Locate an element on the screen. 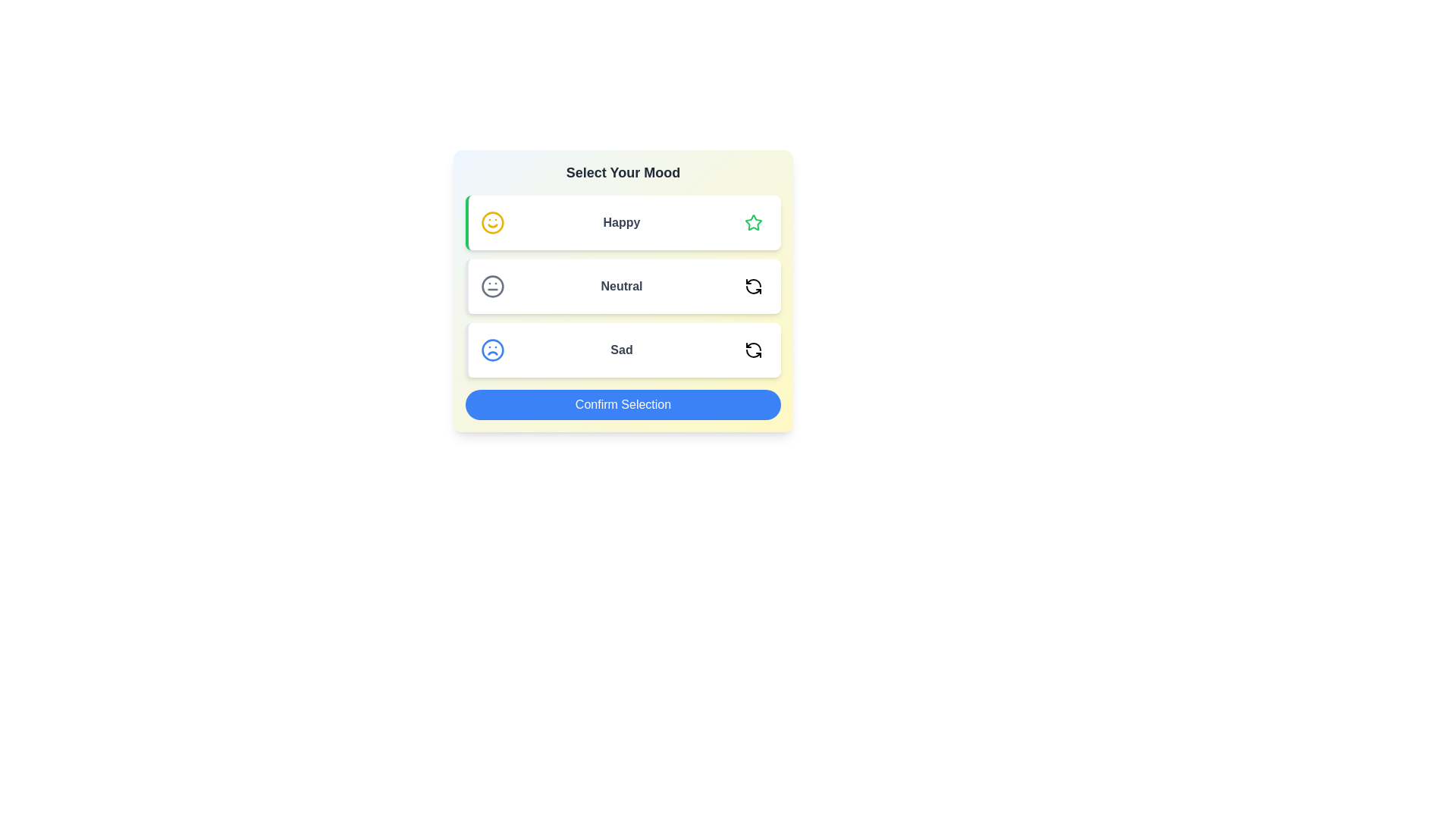 The image size is (1456, 819). the Sad option to observe its hover effect is located at coordinates (623, 350).